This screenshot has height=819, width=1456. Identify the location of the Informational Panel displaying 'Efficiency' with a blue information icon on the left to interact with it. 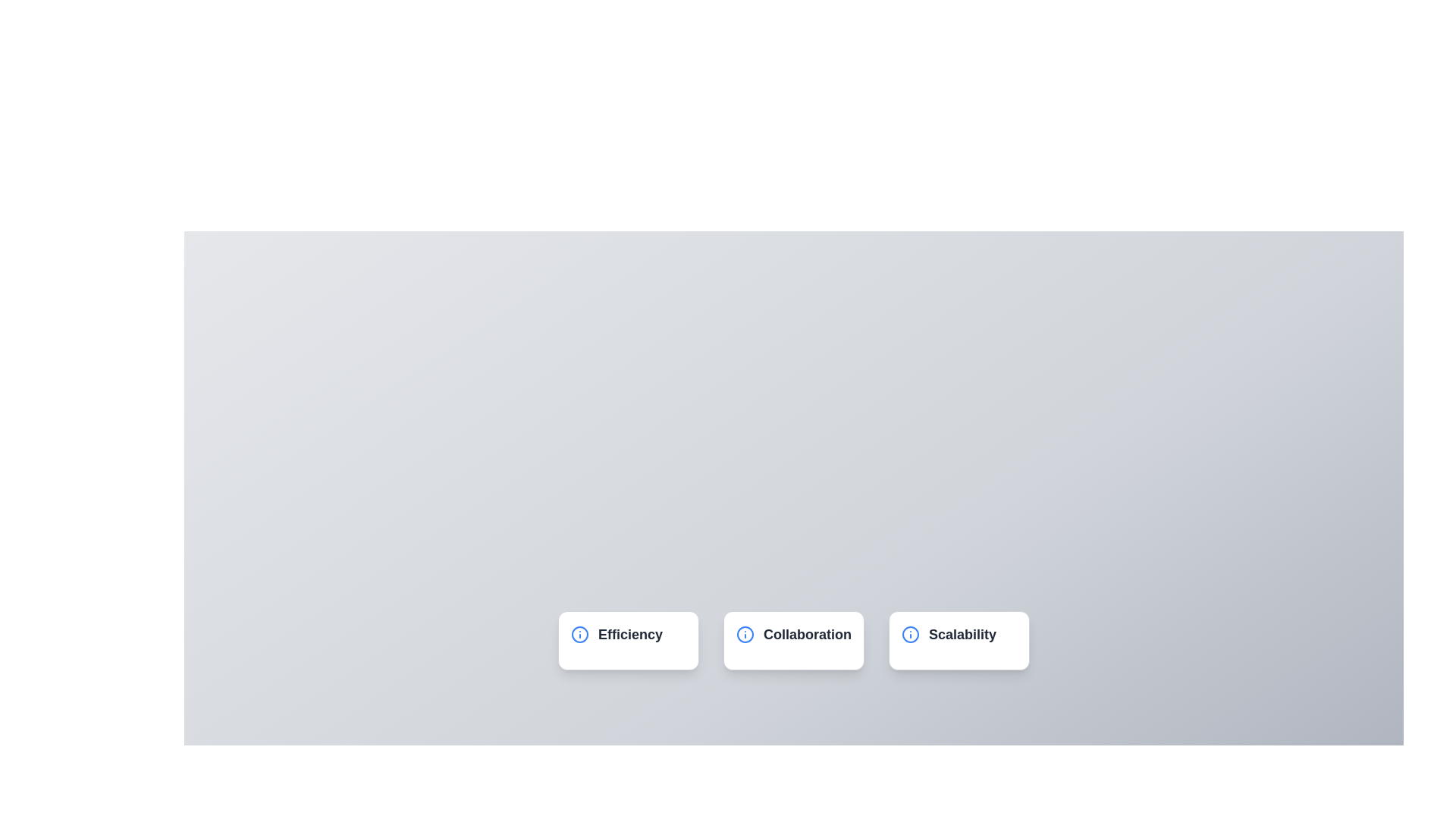
(629, 640).